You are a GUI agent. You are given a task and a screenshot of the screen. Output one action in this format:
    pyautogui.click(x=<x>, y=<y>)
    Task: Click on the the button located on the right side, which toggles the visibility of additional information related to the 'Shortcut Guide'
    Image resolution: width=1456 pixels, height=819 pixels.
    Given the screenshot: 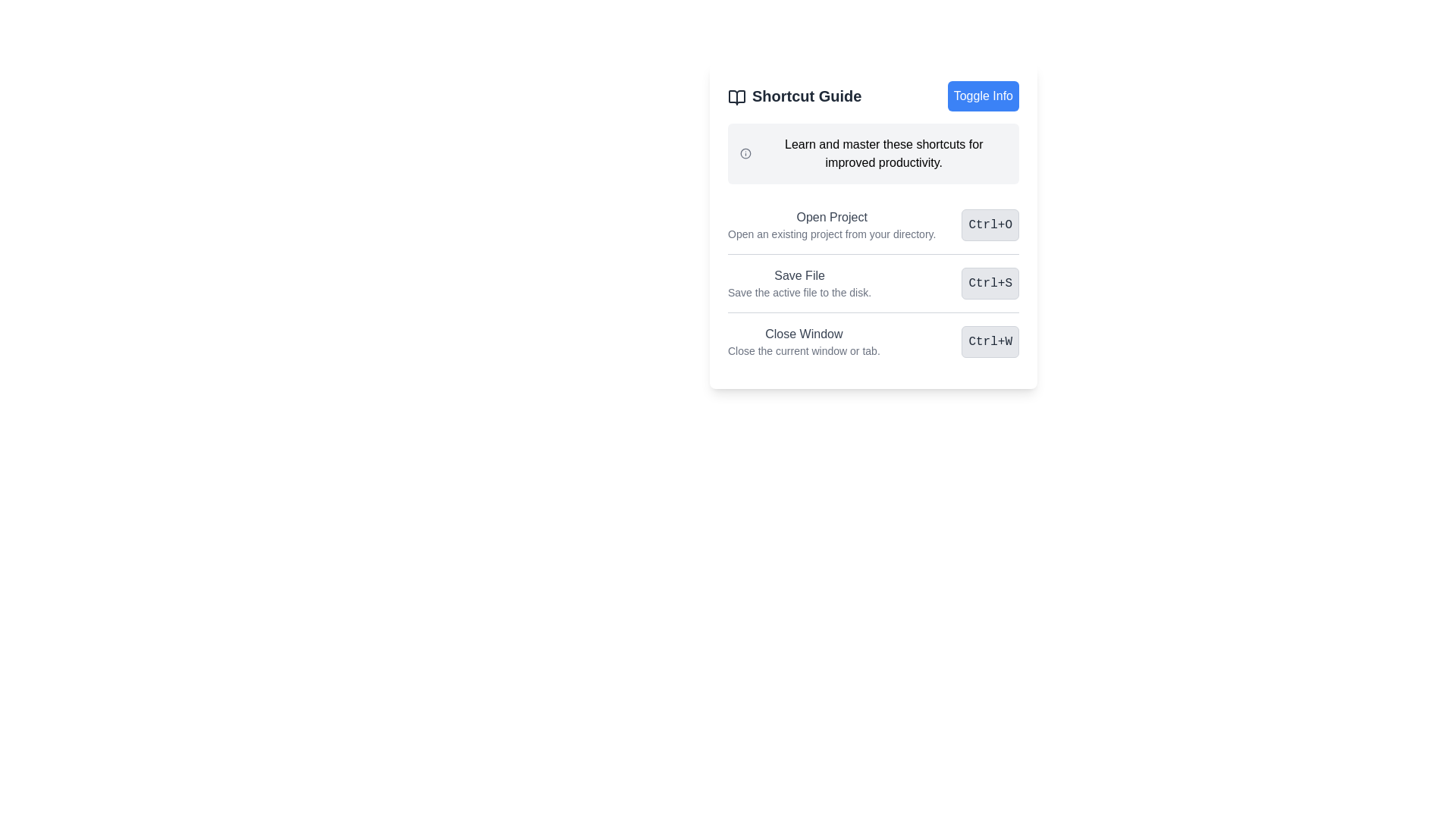 What is the action you would take?
    pyautogui.click(x=983, y=96)
    